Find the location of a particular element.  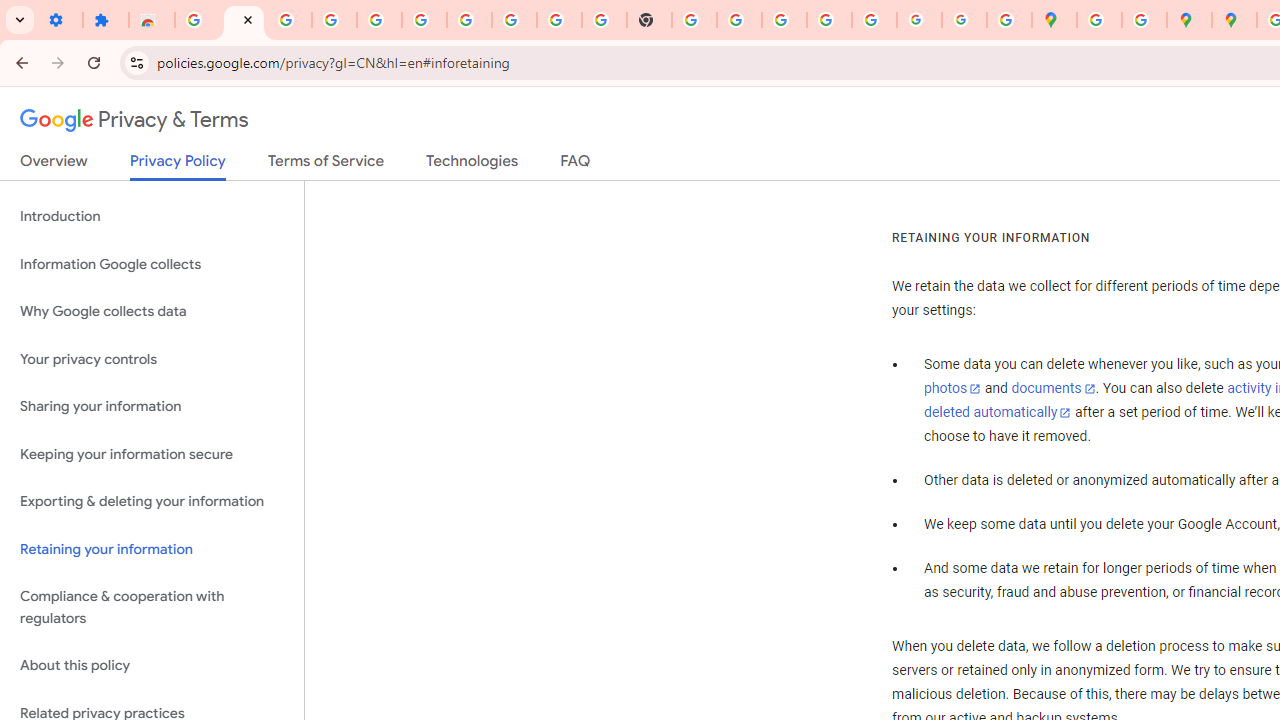

'Sharing your information' is located at coordinates (151, 406).